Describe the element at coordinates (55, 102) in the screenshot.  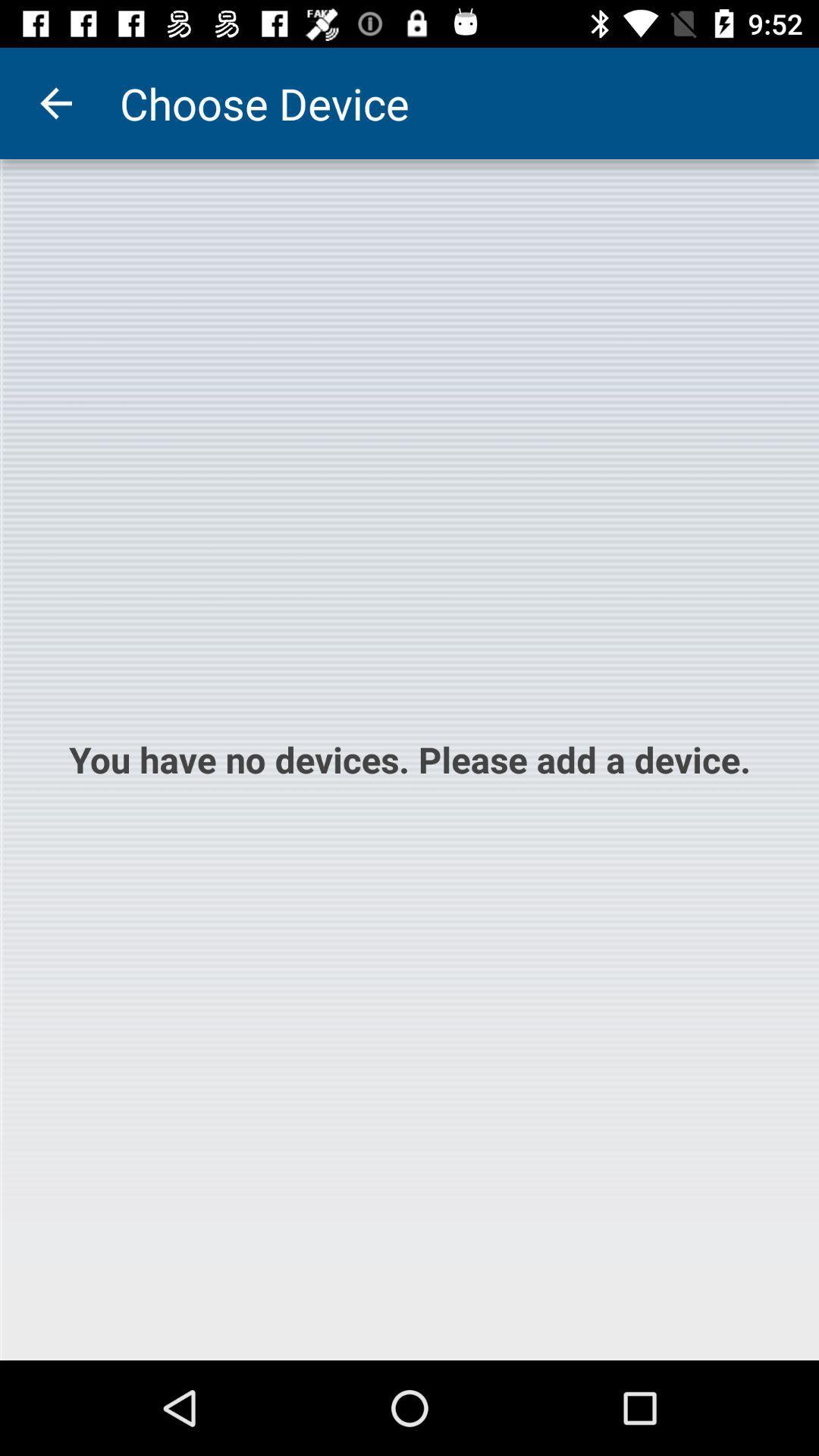
I see `the item to the left of the choose device item` at that location.